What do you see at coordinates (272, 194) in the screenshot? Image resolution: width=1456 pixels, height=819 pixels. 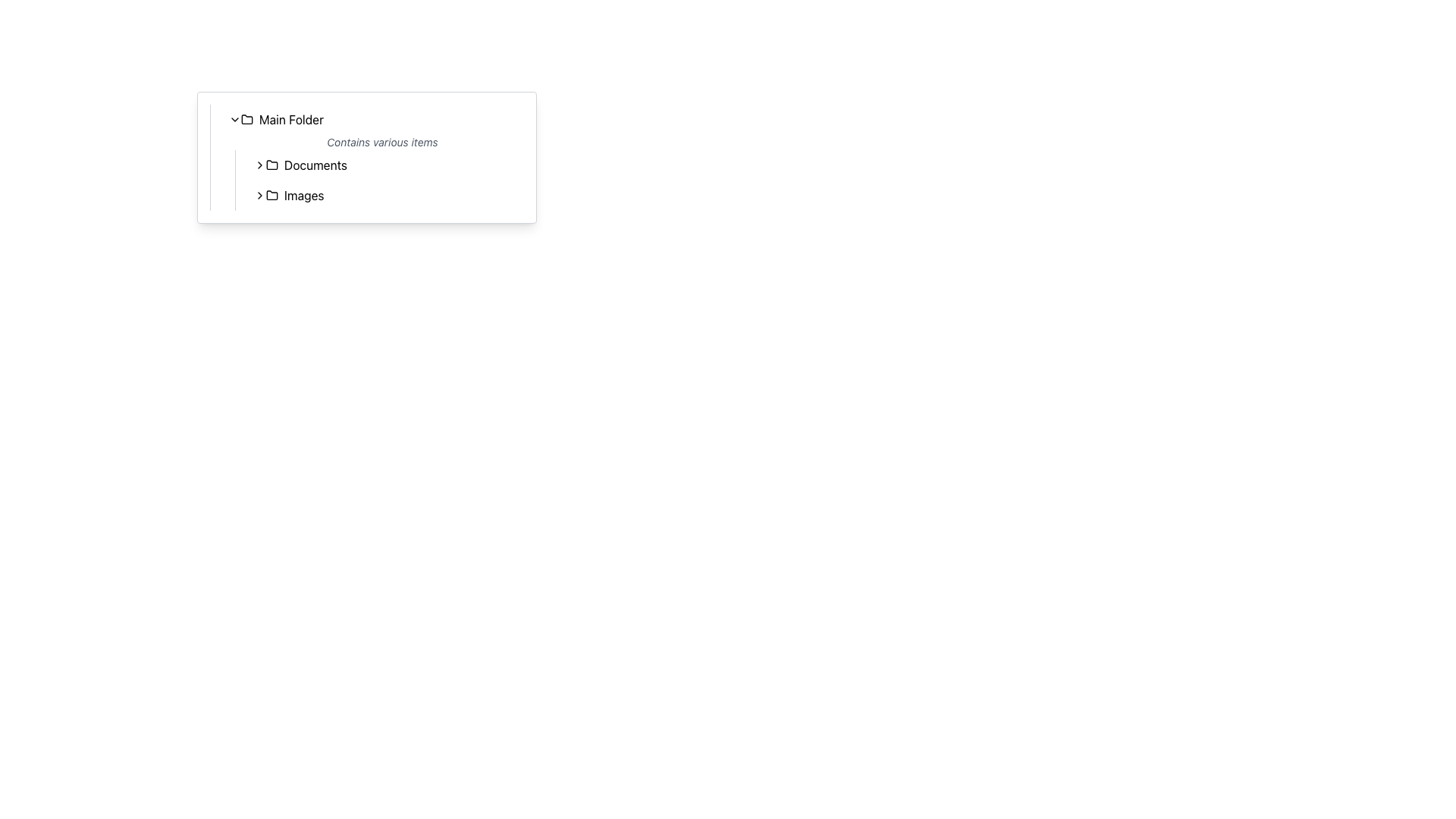 I see `the SVG Folder Icon representing the 'Images' folder` at bounding box center [272, 194].